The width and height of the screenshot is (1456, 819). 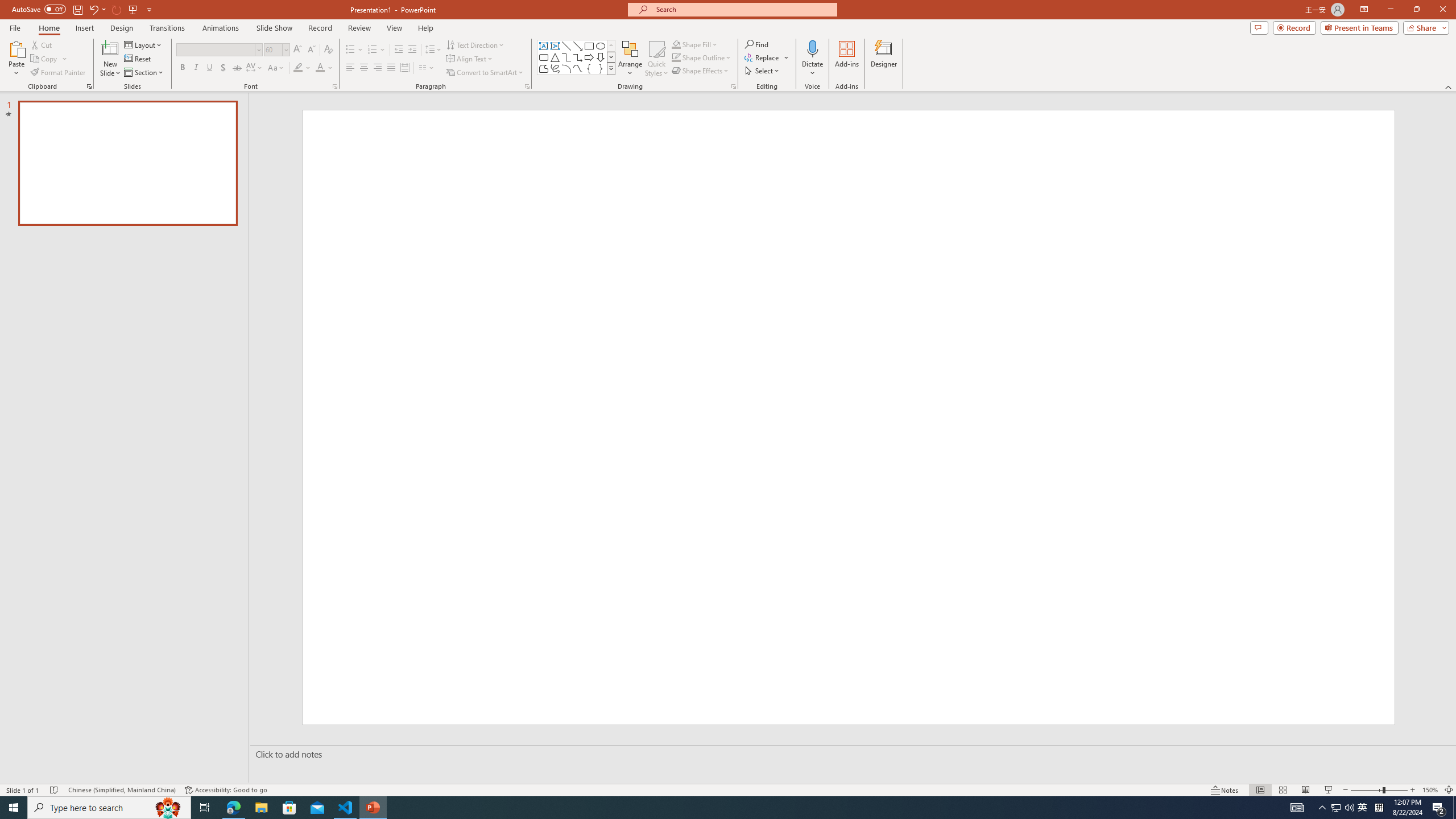 What do you see at coordinates (756, 44) in the screenshot?
I see `'Find...'` at bounding box center [756, 44].